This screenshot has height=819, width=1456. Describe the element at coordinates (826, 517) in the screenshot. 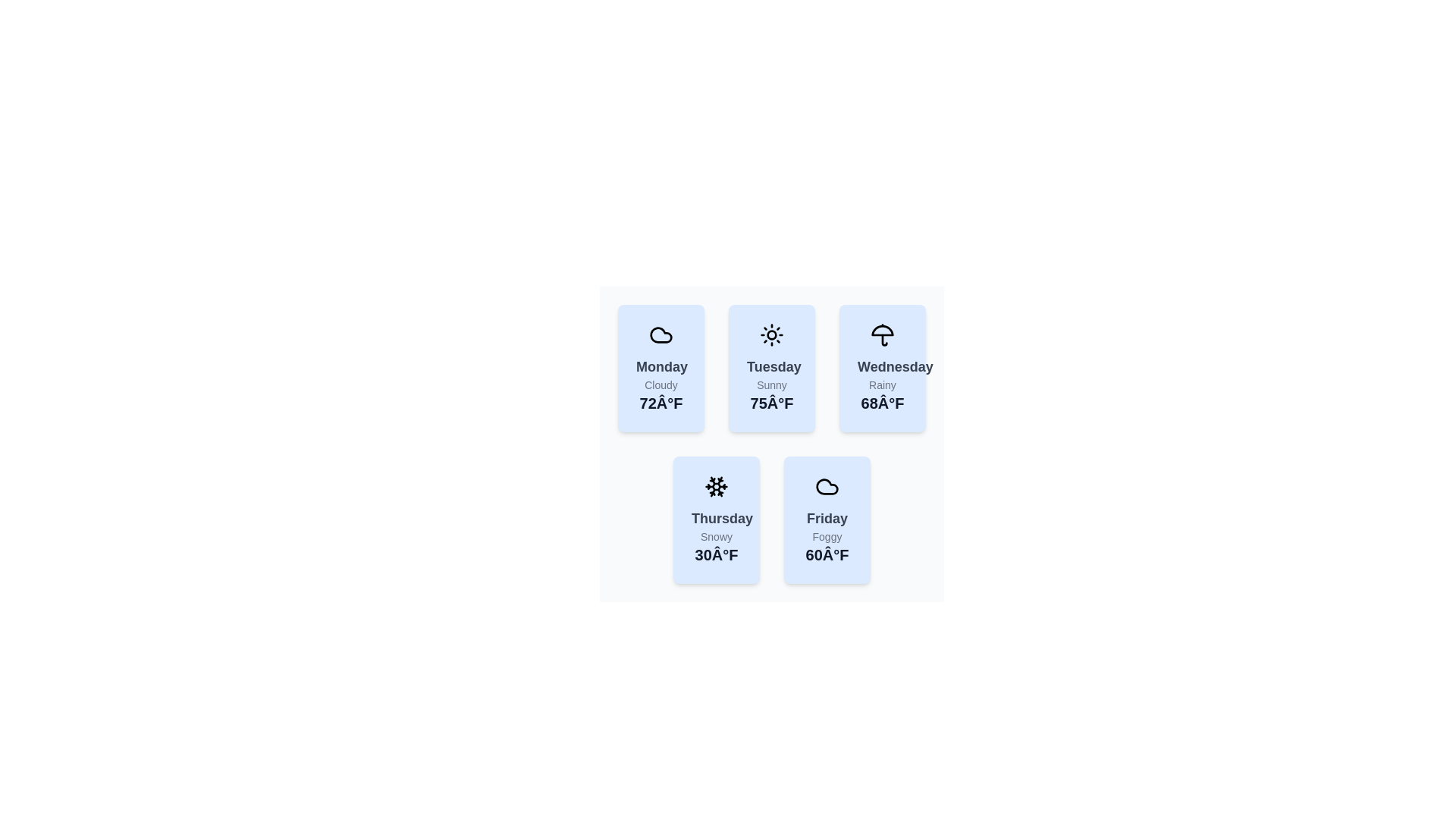

I see `the text label displaying 'Friday' in bold gray font on a blue background, located at the upper part of the bottom-right weather card` at that location.